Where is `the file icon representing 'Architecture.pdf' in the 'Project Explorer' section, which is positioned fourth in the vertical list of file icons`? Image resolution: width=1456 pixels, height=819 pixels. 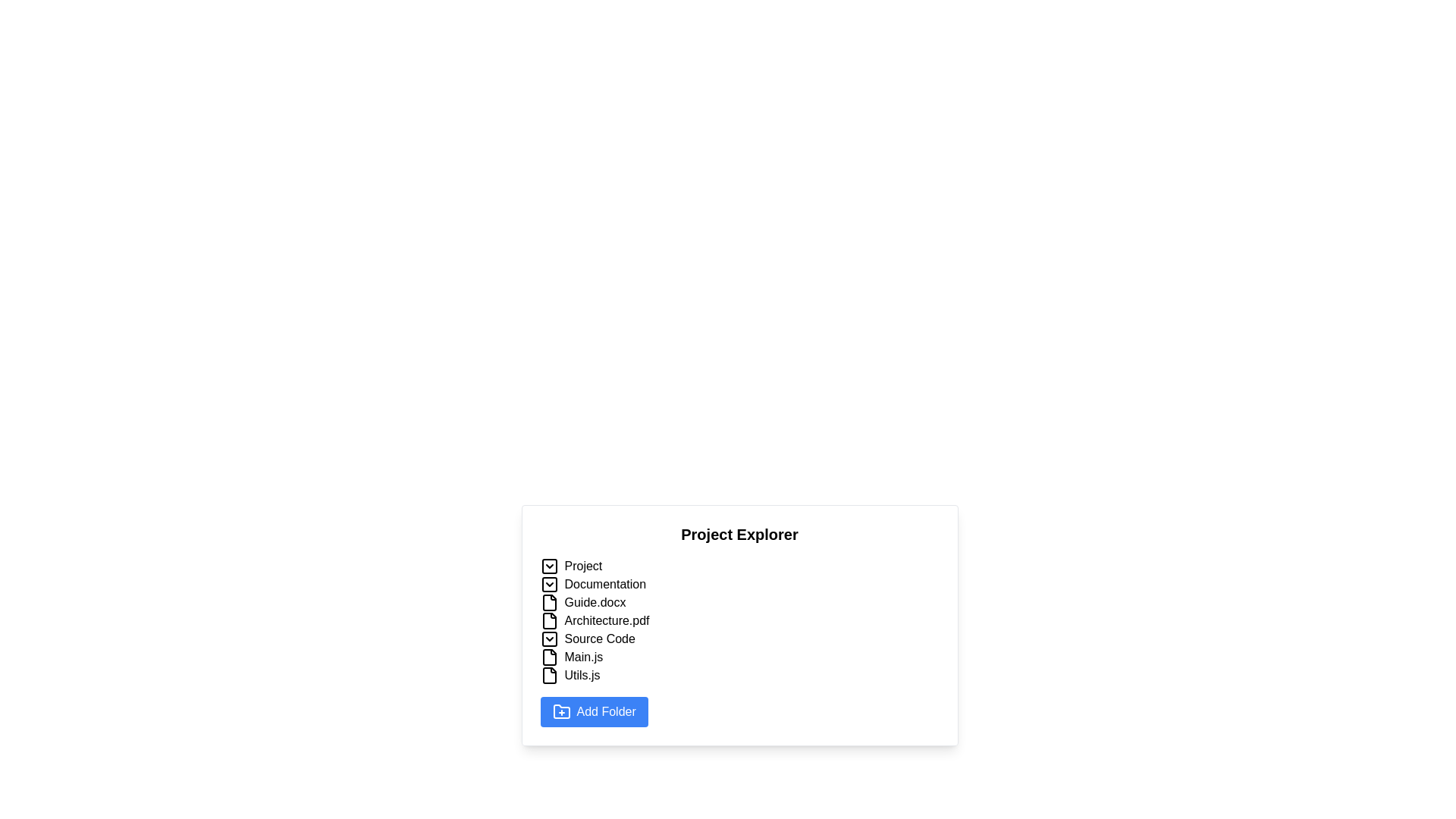 the file icon representing 'Architecture.pdf' in the 'Project Explorer' section, which is positioned fourth in the vertical list of file icons is located at coordinates (548, 620).